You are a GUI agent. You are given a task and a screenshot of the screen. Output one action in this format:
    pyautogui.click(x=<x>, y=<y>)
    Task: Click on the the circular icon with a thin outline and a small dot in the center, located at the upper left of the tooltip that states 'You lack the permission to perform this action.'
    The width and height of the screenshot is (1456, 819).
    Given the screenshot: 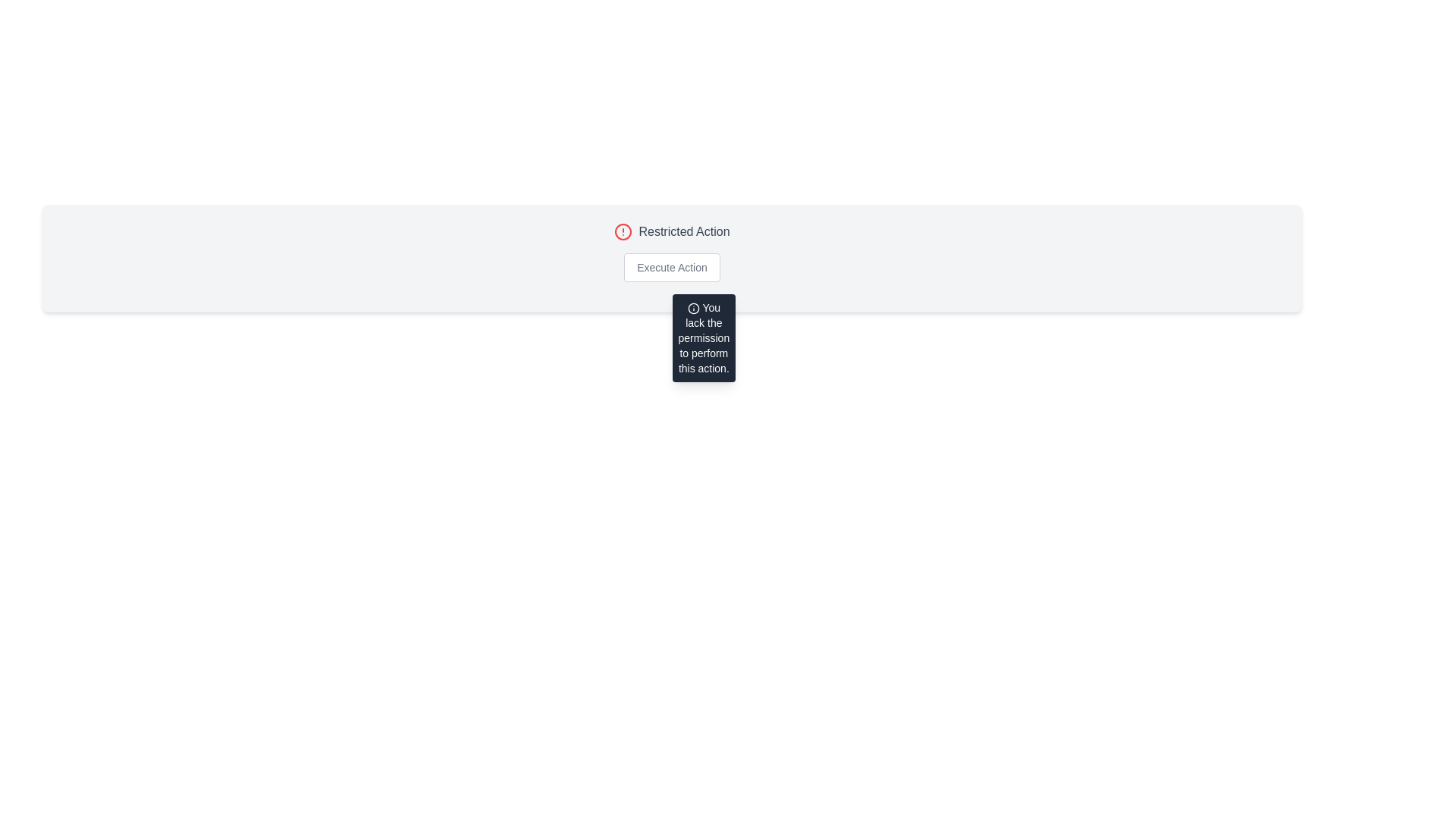 What is the action you would take?
    pyautogui.click(x=692, y=308)
    